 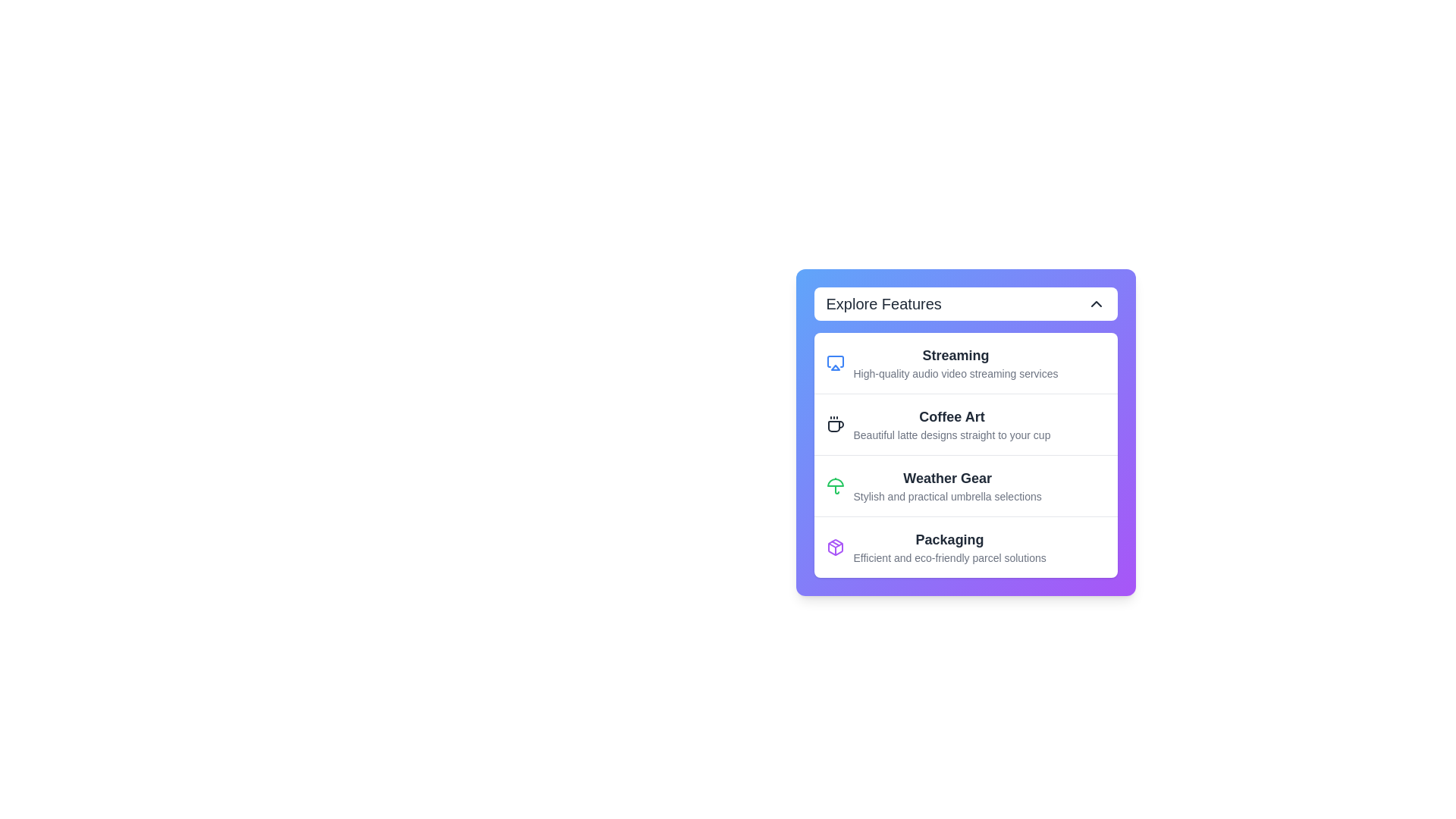 What do you see at coordinates (955, 356) in the screenshot?
I see `the bold, black text label reading 'Streaming' located at the top center of the blue card titled 'Explore Features'` at bounding box center [955, 356].